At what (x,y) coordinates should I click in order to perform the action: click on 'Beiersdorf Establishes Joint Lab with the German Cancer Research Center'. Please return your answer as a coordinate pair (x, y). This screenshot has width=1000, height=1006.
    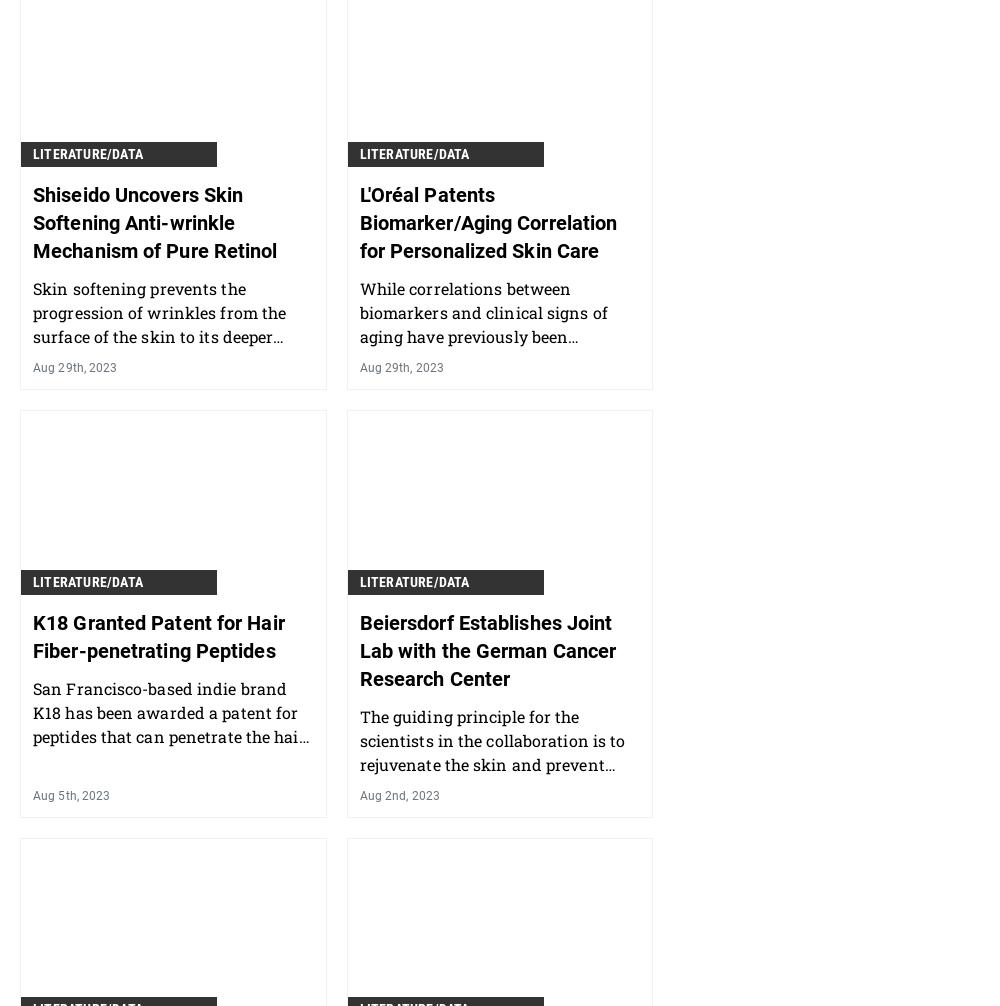
    Looking at the image, I should click on (358, 649).